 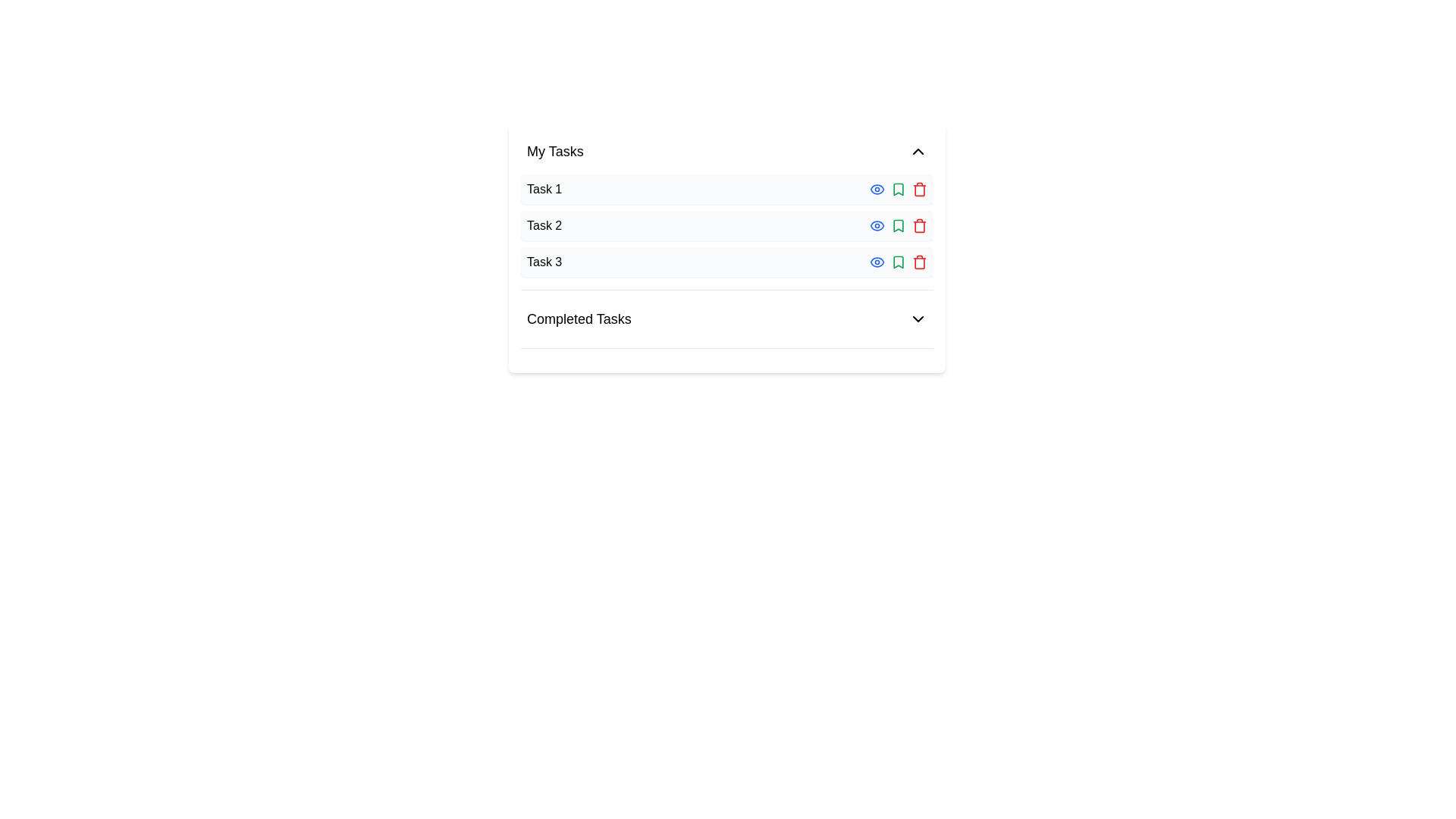 What do you see at coordinates (917, 318) in the screenshot?
I see `the downward-facing chevron icon used as a dropdown toggle next to the 'Completed Tasks' label to trigger hover effects` at bounding box center [917, 318].